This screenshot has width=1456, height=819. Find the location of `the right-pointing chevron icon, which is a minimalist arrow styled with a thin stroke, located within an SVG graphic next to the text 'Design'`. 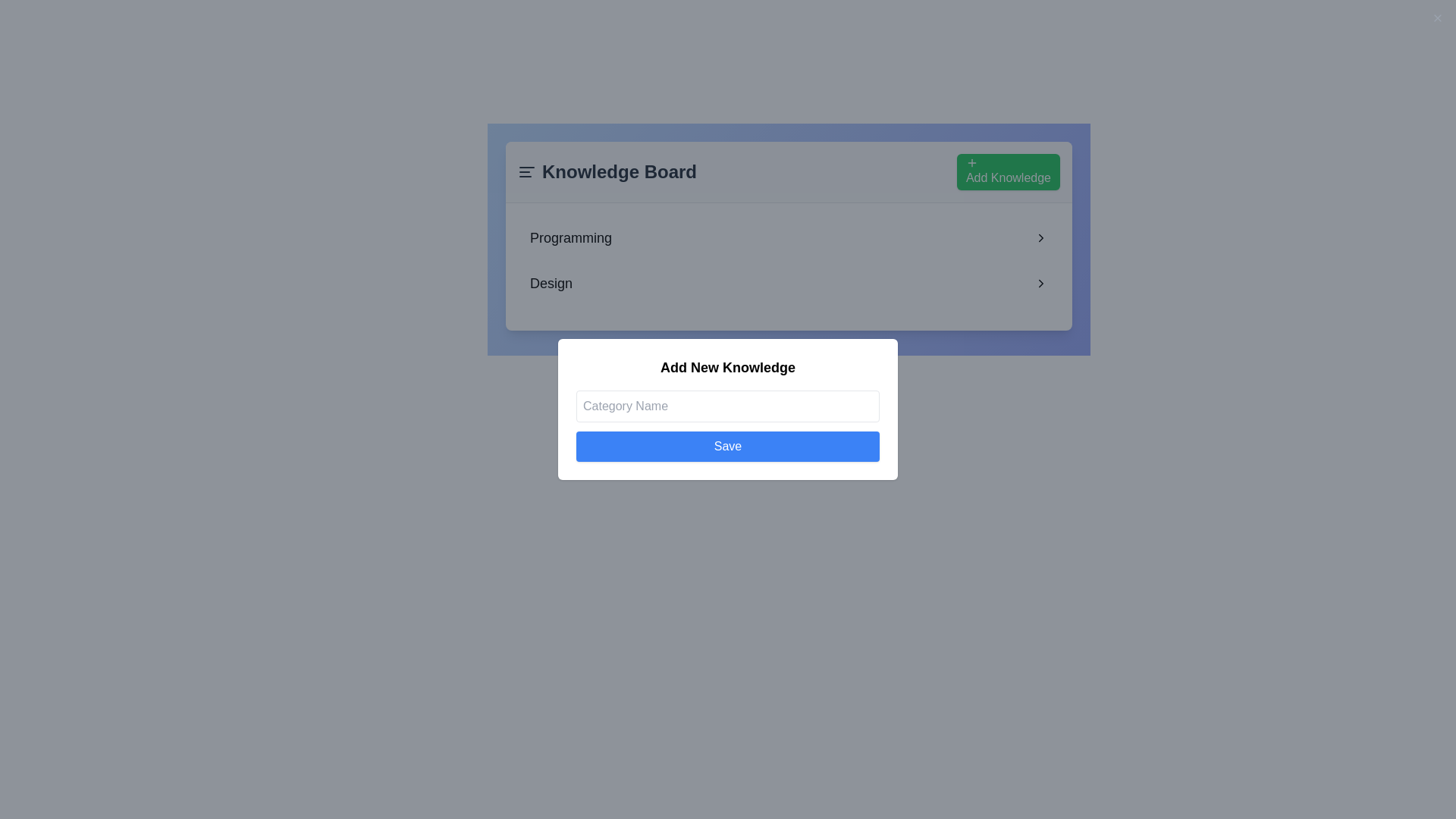

the right-pointing chevron icon, which is a minimalist arrow styled with a thin stroke, located within an SVG graphic next to the text 'Design' is located at coordinates (1040, 284).